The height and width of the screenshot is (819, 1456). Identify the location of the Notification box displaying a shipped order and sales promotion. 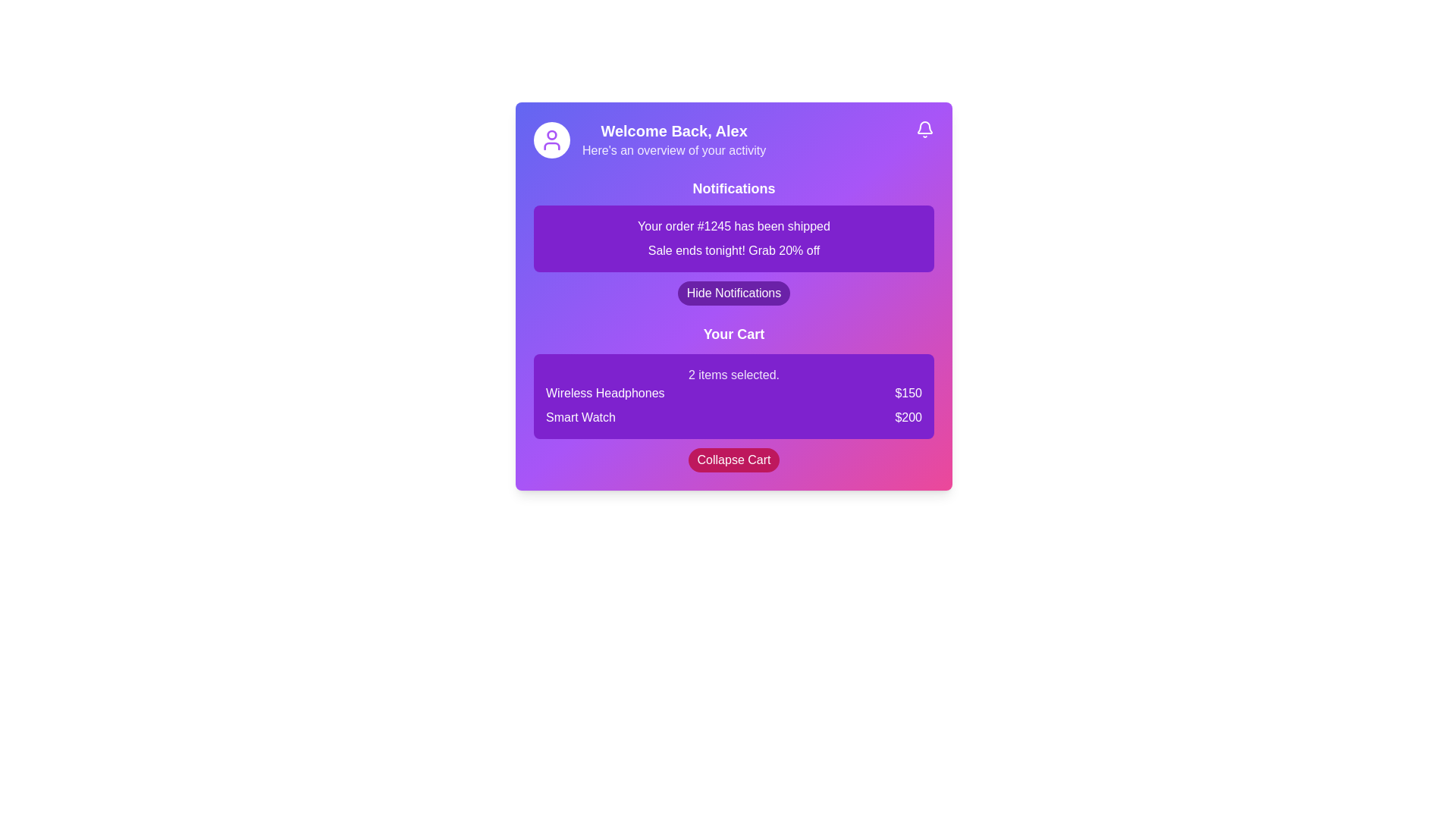
(734, 239).